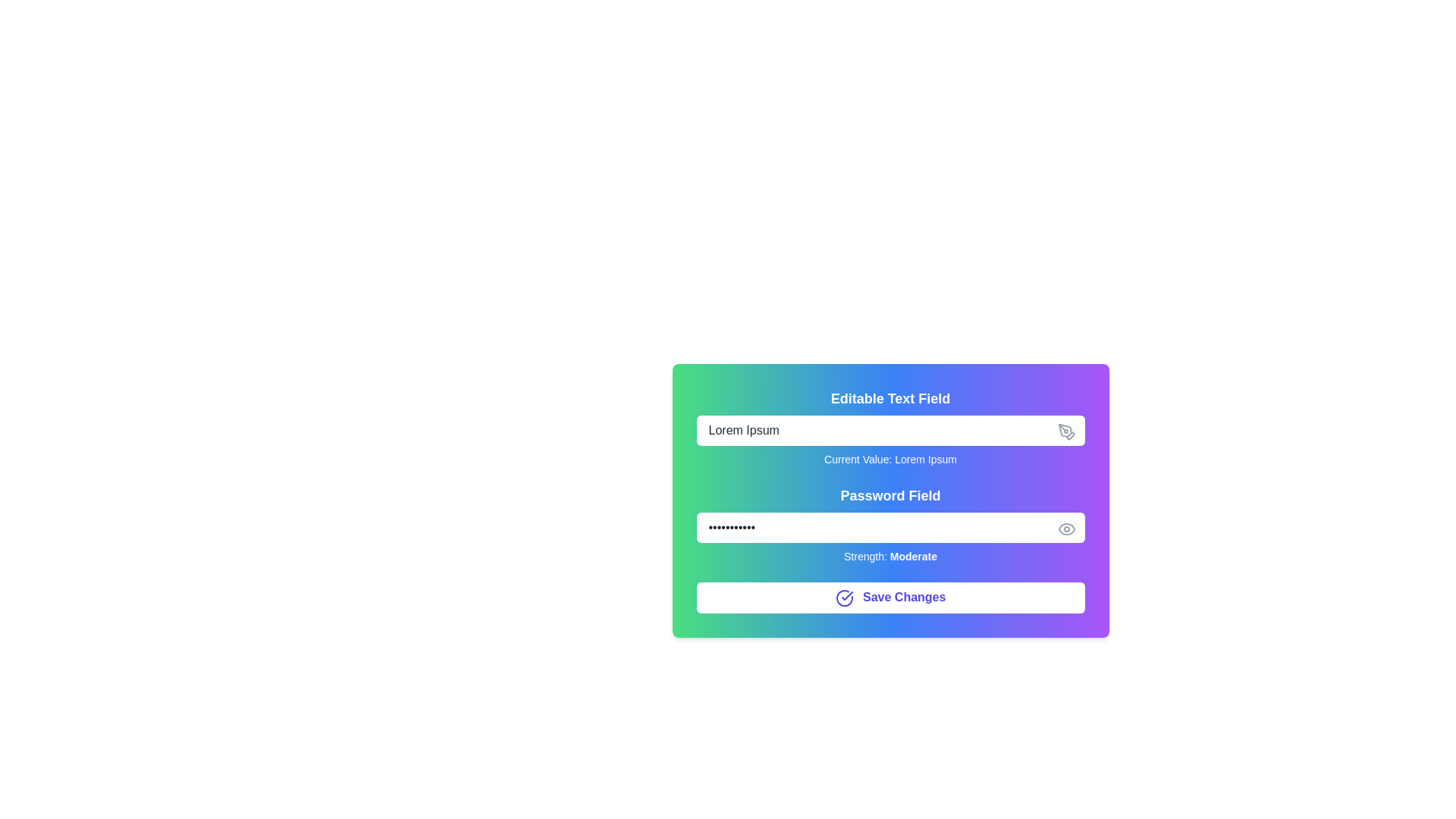 The image size is (1456, 819). Describe the element at coordinates (890, 556) in the screenshot. I see `the text label that indicates the strength of the entered password, located below the password input field and above the 'Save Changes' button` at that location.